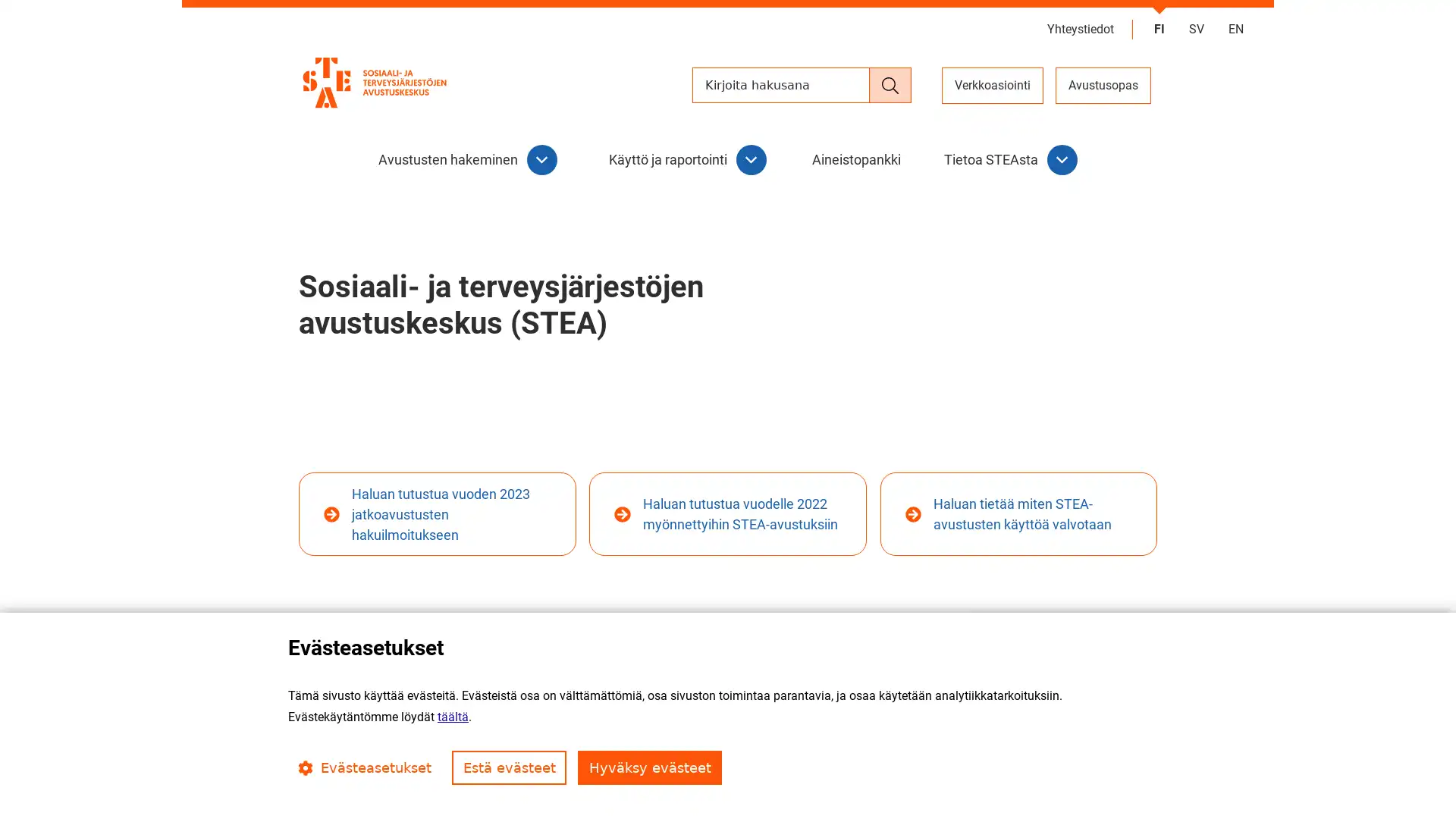 This screenshot has width=1456, height=819. What do you see at coordinates (650, 767) in the screenshot?
I see `Hyvaksy evasteet` at bounding box center [650, 767].